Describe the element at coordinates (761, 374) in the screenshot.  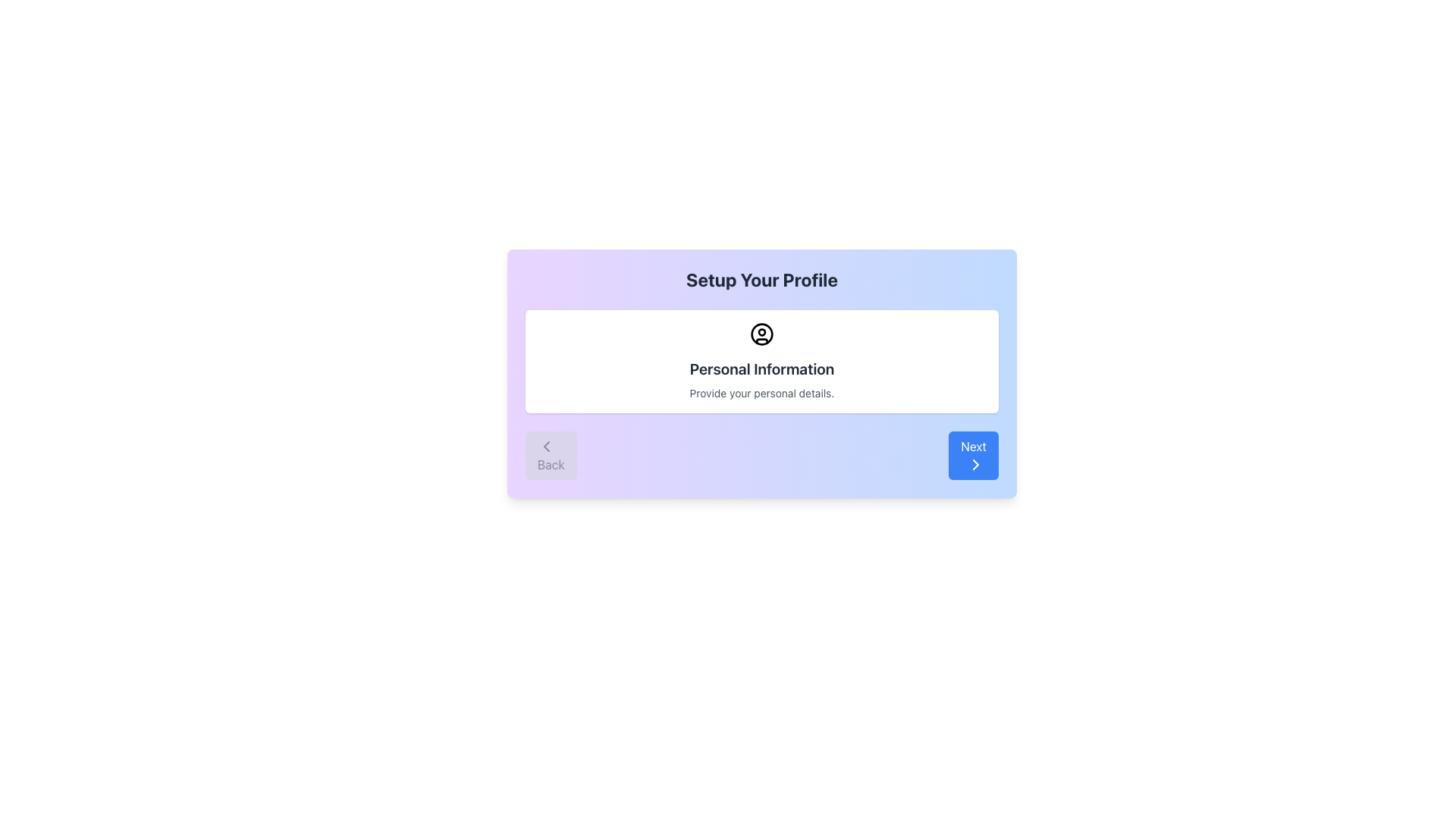
I see `information provided in the profile setup step, which includes the contextual prompt and navigation buttons located at the center of the card layout` at that location.